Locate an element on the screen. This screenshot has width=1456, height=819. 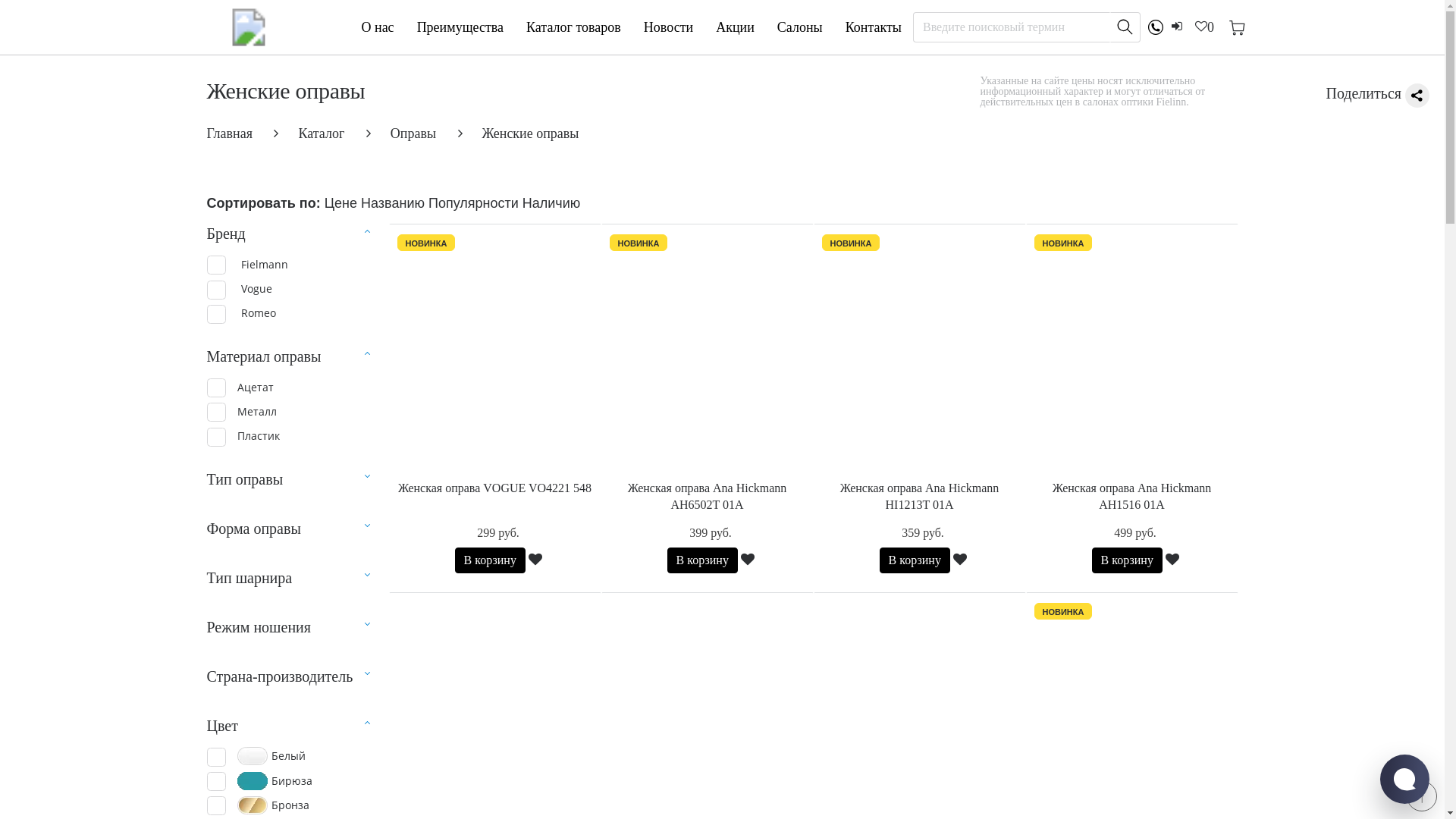
'Vogue' is located at coordinates (238, 288).